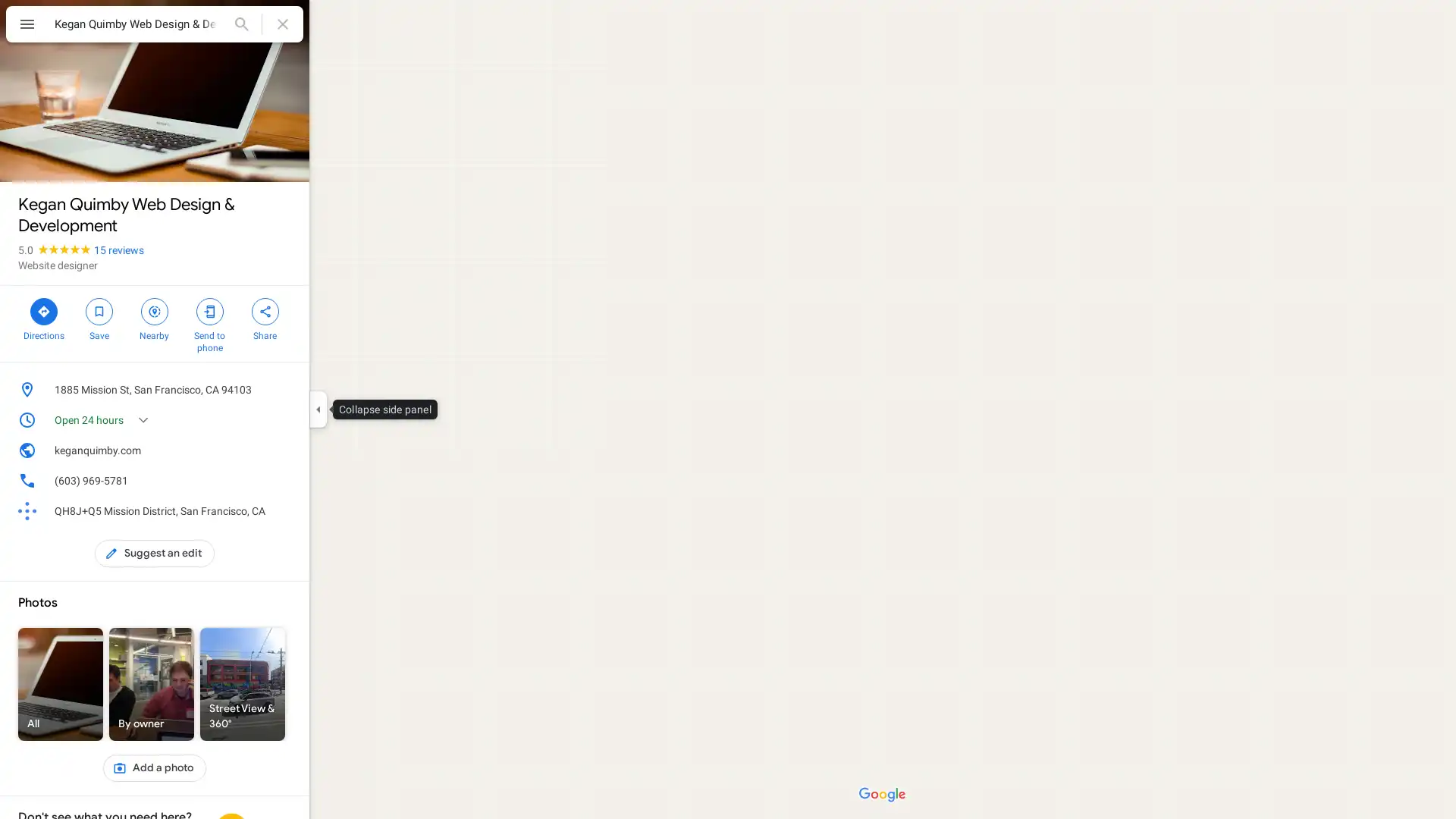 The image size is (1456, 819). Describe the element at coordinates (154, 317) in the screenshot. I see `Search nearby Kegan Quimby Web Design & Development` at that location.